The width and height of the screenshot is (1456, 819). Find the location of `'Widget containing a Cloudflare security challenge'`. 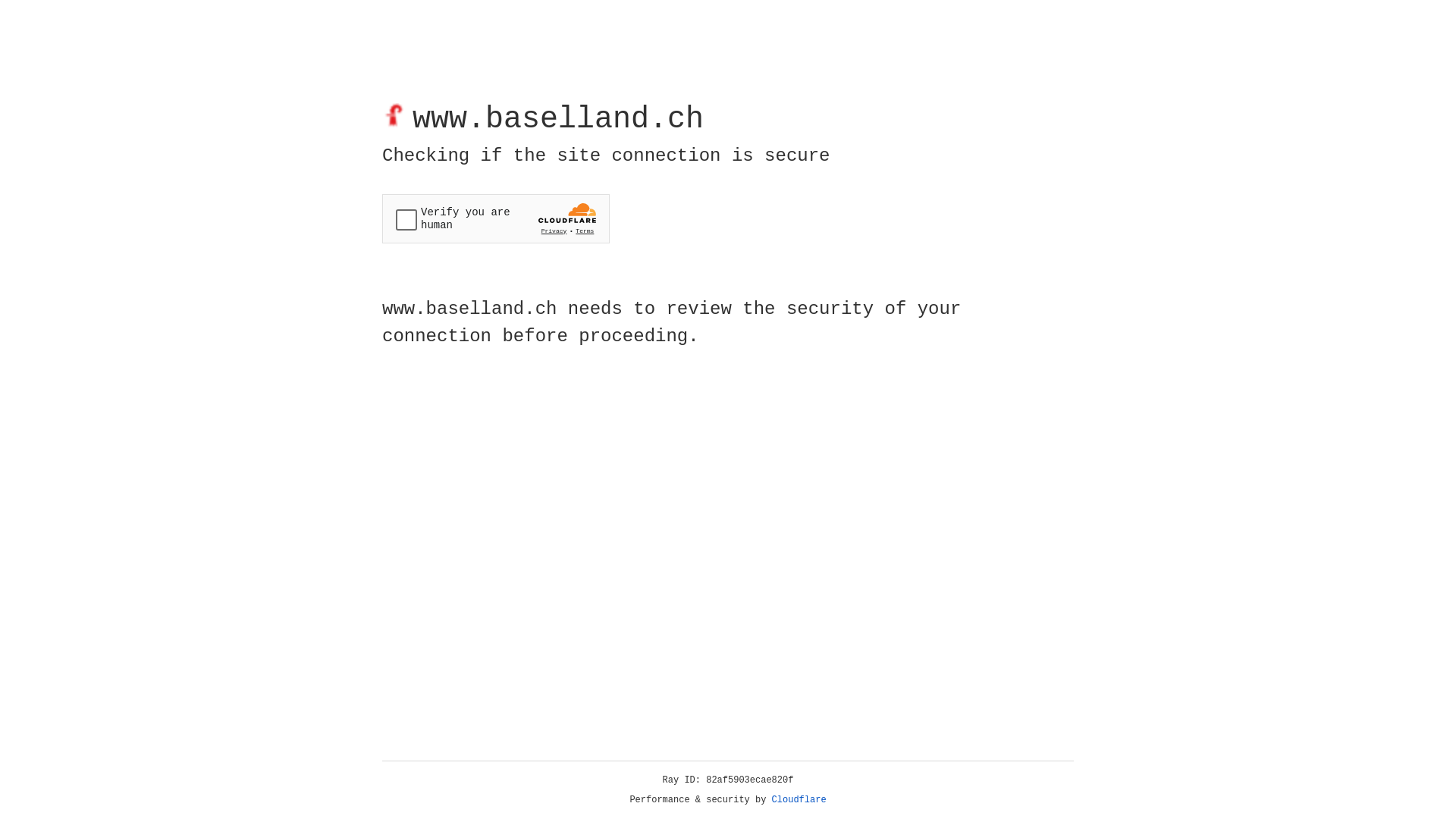

'Widget containing a Cloudflare security challenge' is located at coordinates (495, 218).